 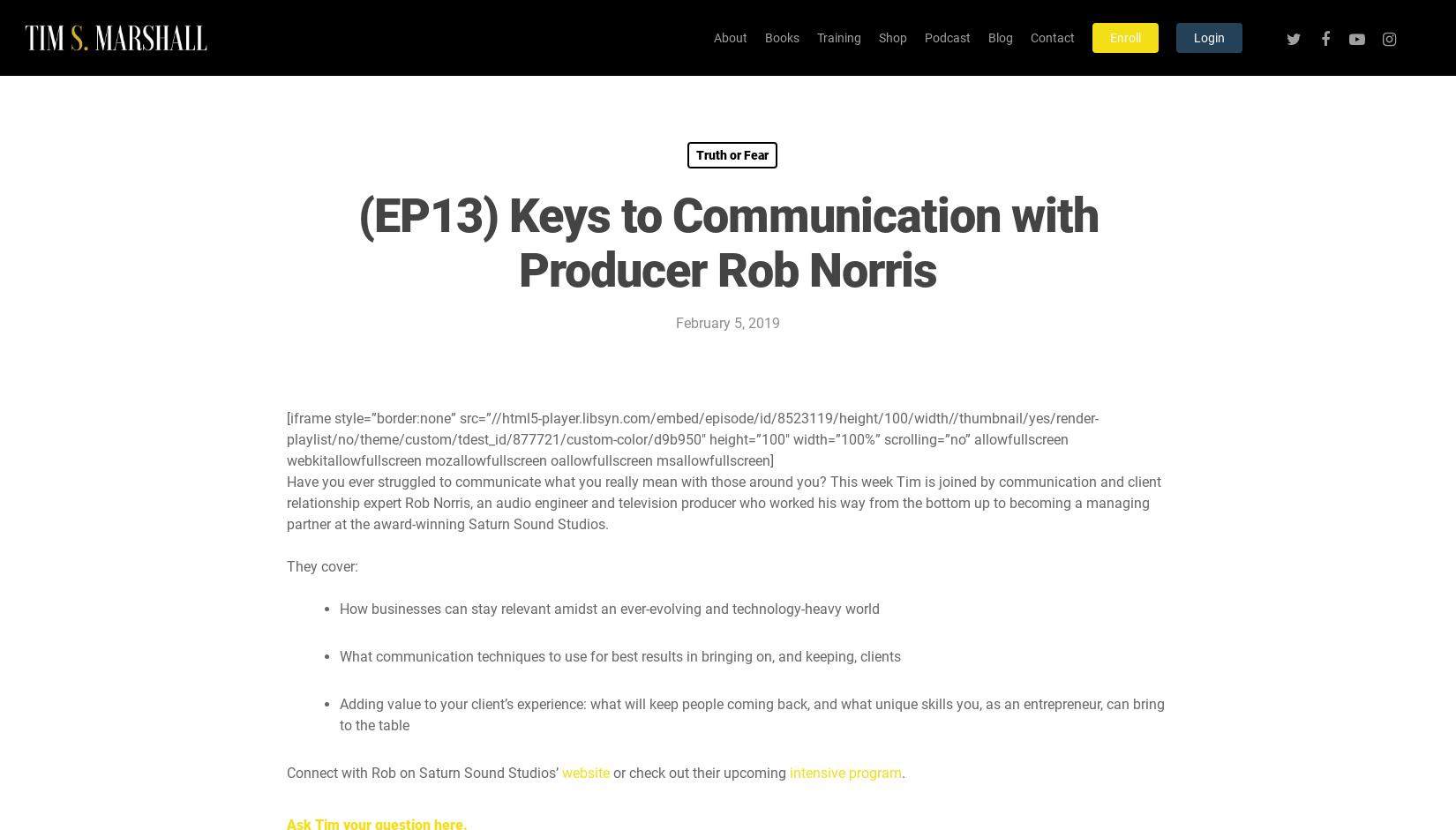 I want to click on 'Adding value to your client’s experience: what will keep people coming back, and what unique skills you, as an entrepreneur, can bring to the table', so click(x=752, y=714).